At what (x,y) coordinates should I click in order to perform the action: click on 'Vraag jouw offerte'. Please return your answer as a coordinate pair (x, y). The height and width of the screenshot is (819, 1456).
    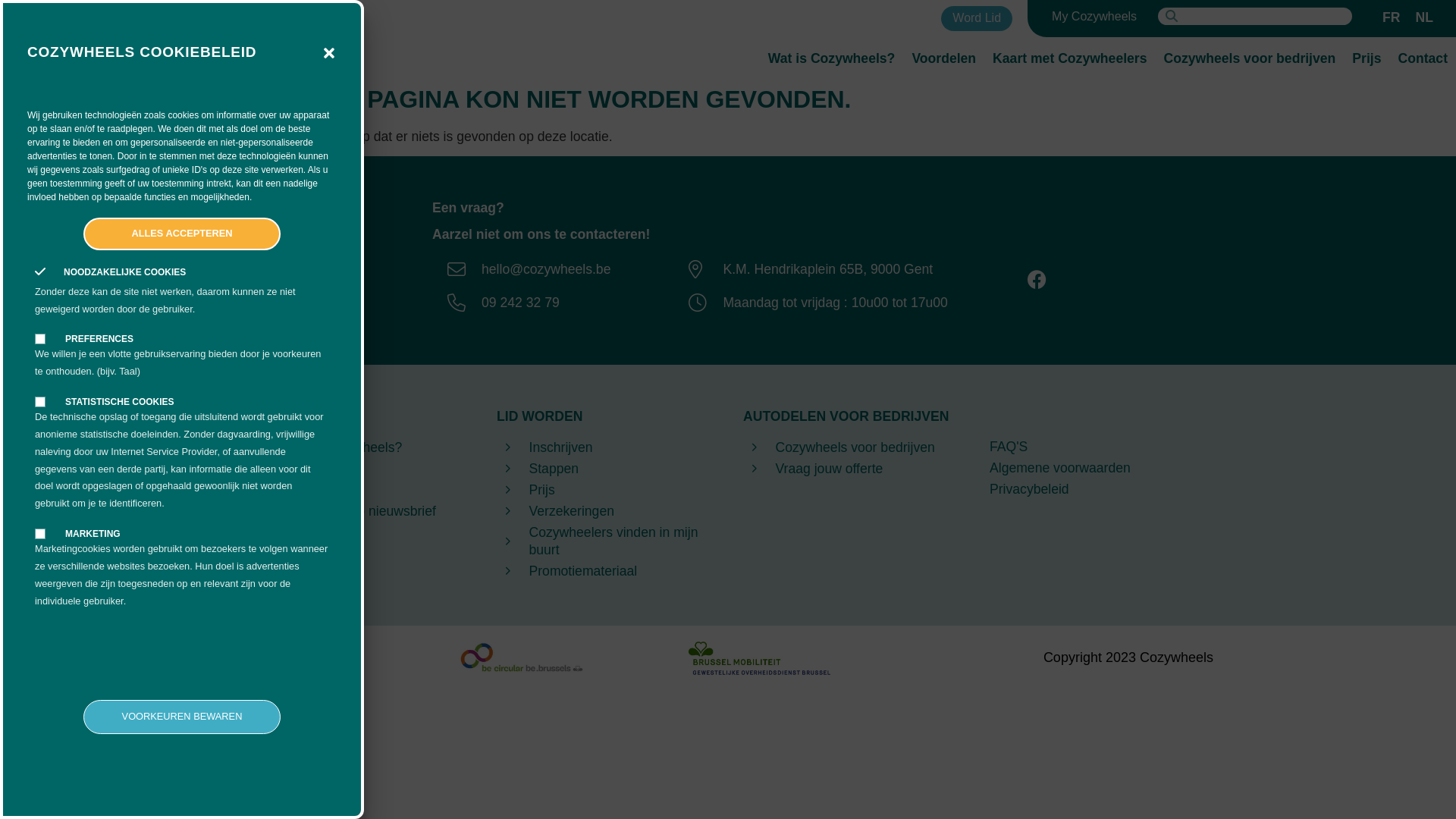
    Looking at the image, I should click on (851, 468).